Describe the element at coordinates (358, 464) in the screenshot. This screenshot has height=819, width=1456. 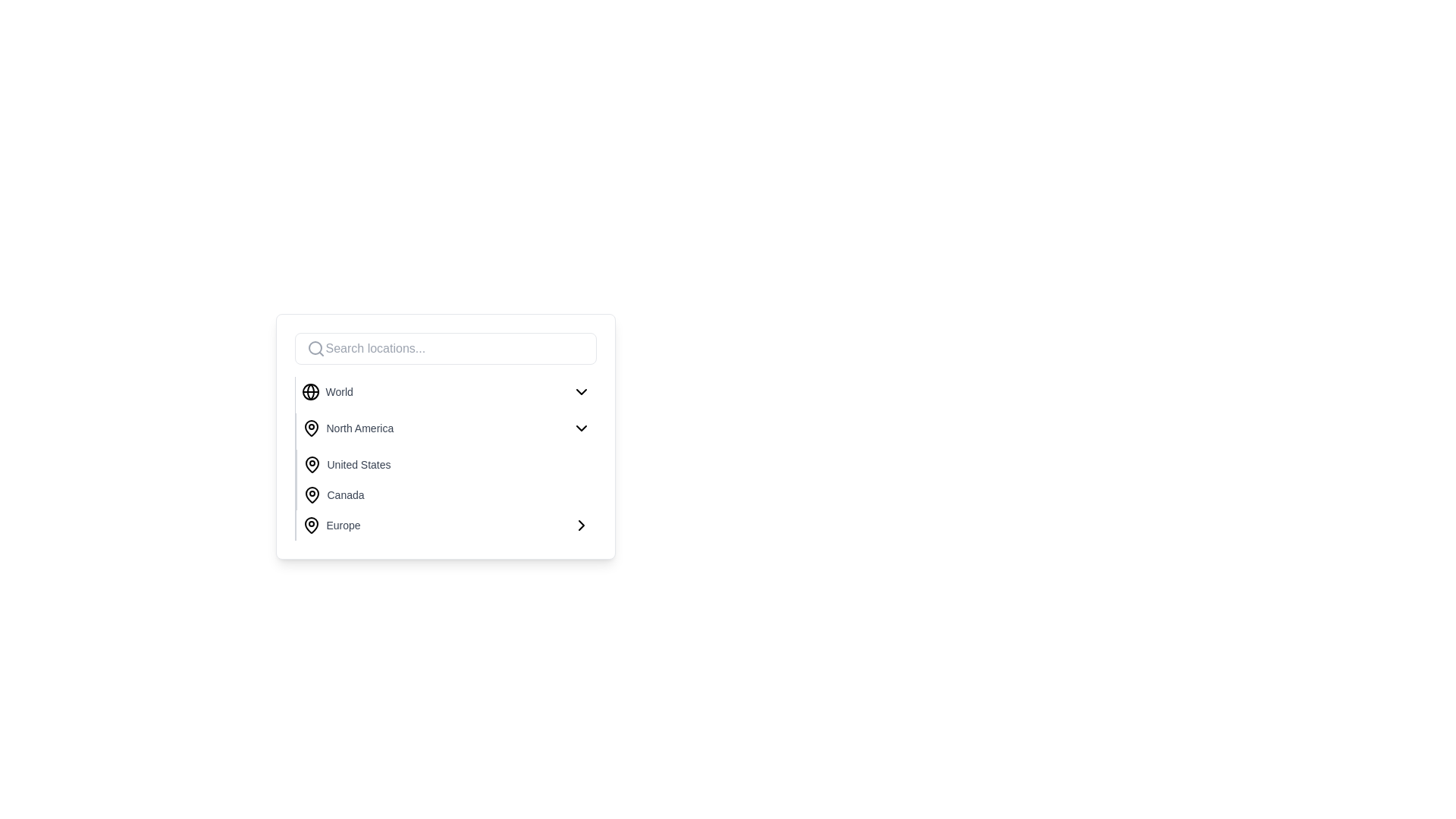
I see `the 'United States' static text label located within the dropdown menu` at that location.